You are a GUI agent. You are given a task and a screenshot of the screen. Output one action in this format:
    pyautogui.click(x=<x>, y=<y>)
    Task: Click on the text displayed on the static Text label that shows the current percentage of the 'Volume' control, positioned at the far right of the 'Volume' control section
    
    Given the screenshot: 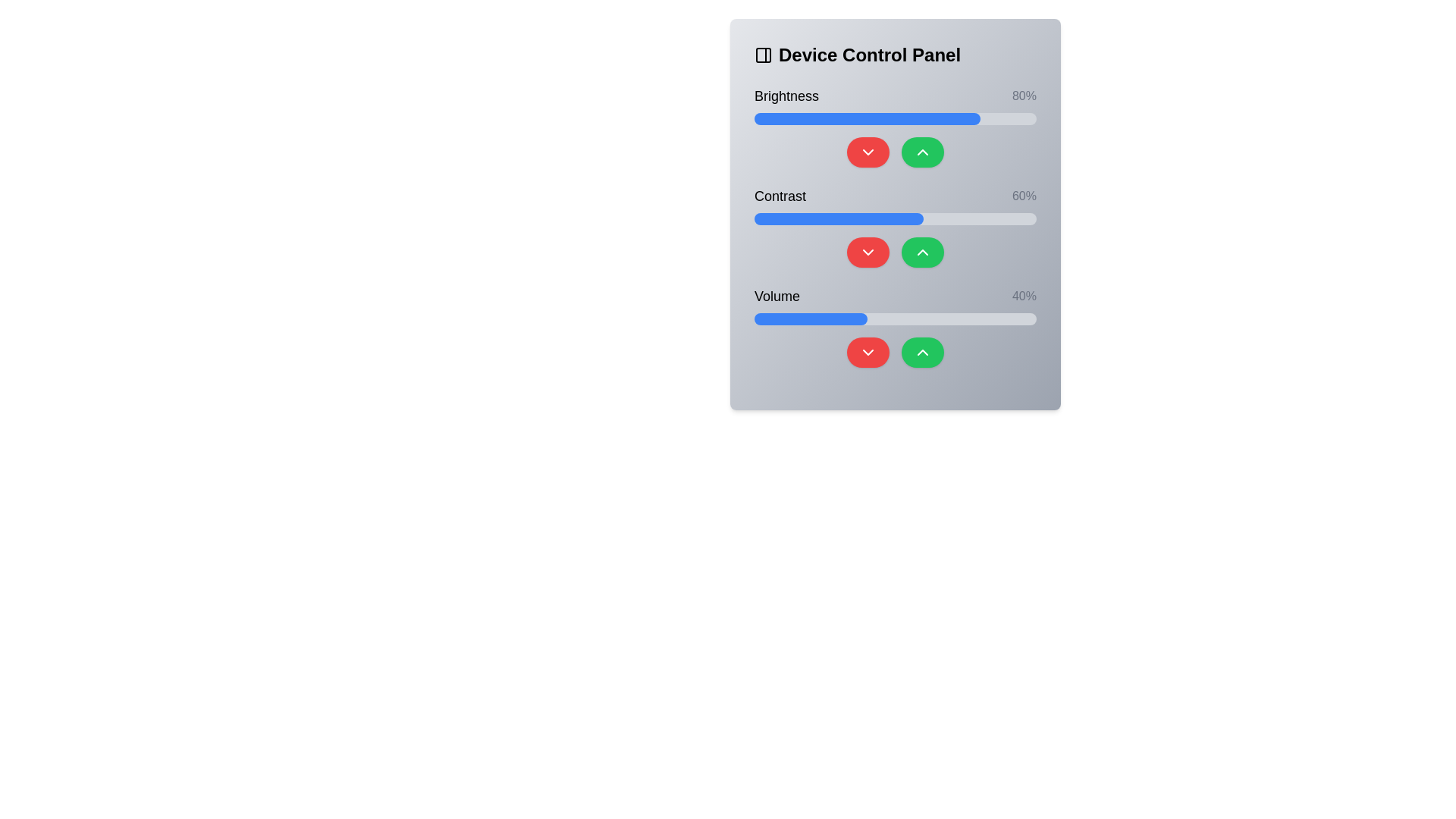 What is the action you would take?
    pyautogui.click(x=1024, y=296)
    